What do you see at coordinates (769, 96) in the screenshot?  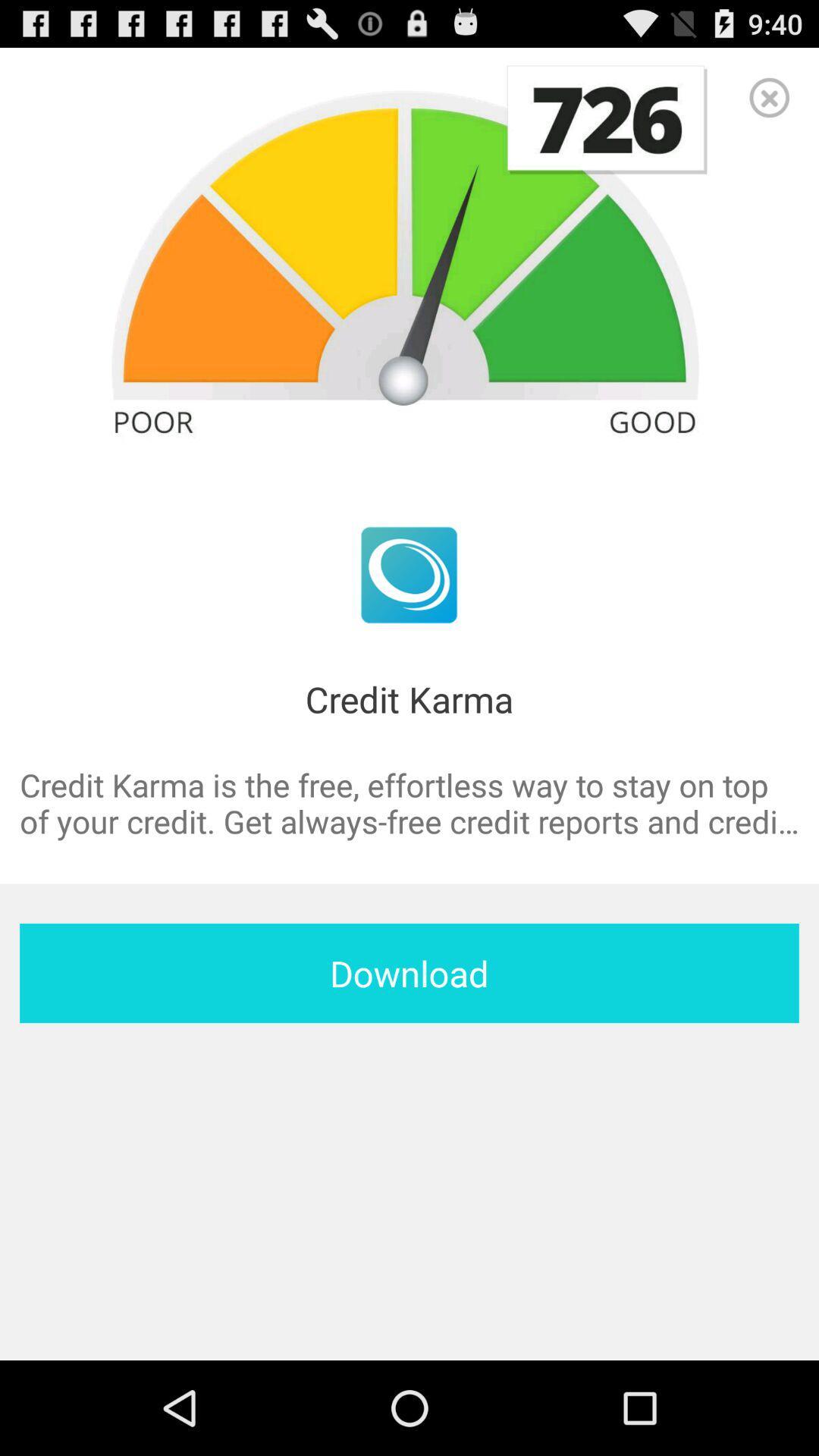 I see `item at the top right corner` at bounding box center [769, 96].